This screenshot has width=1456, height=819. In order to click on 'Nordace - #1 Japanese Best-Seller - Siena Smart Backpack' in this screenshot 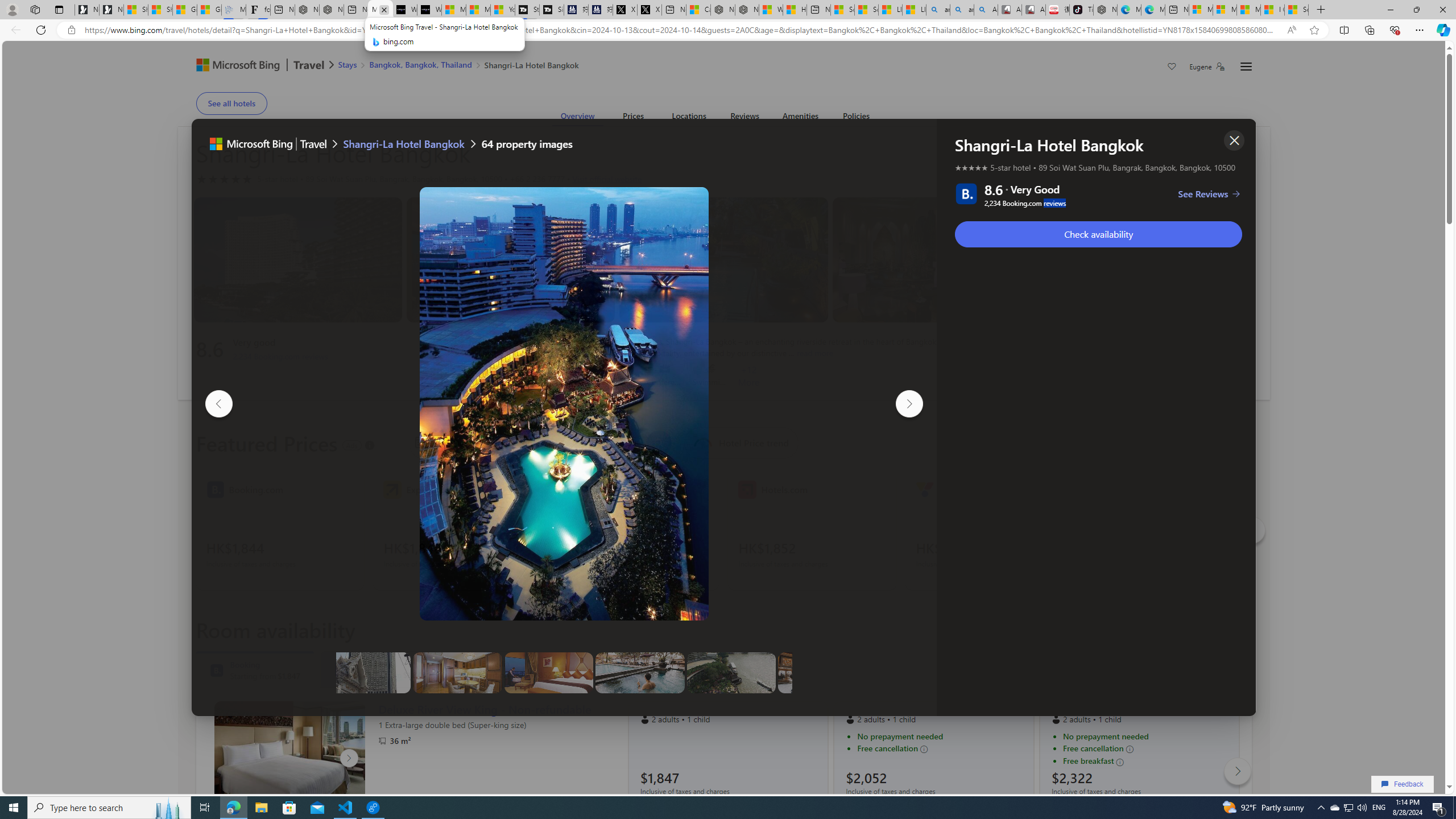, I will do `click(331, 9)`.